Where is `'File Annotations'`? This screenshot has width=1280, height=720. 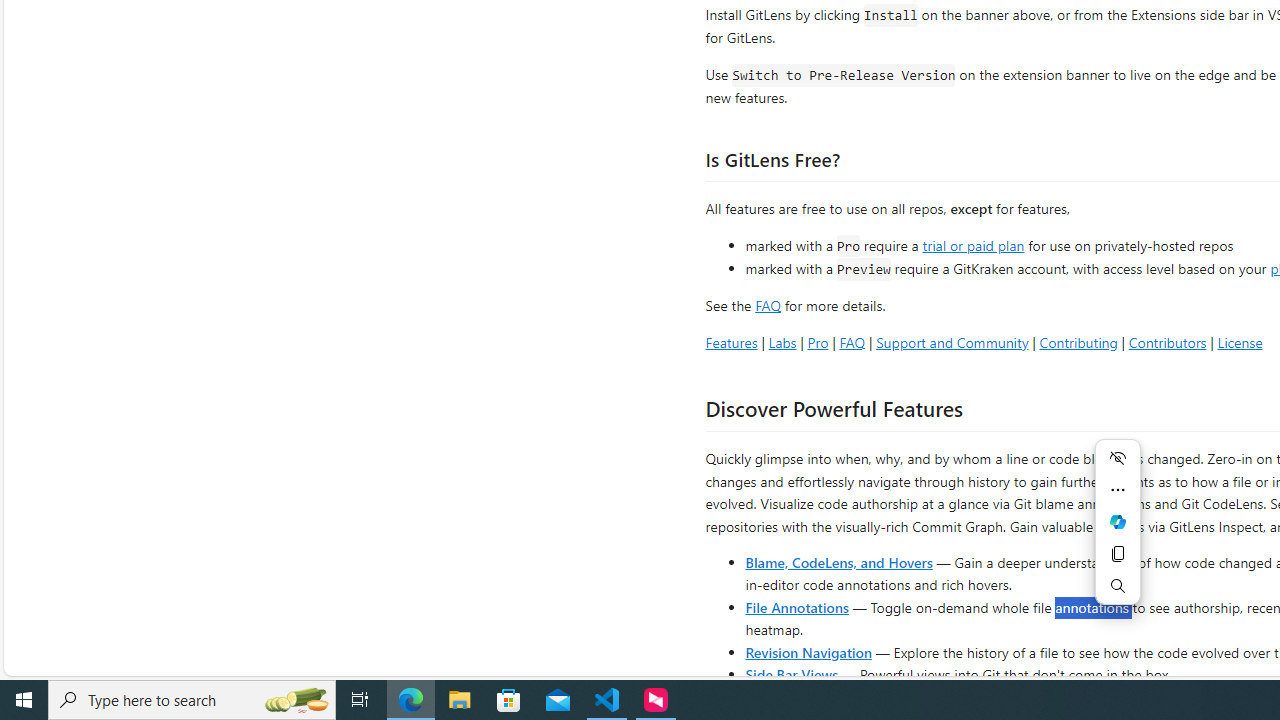 'File Annotations' is located at coordinates (795, 605).